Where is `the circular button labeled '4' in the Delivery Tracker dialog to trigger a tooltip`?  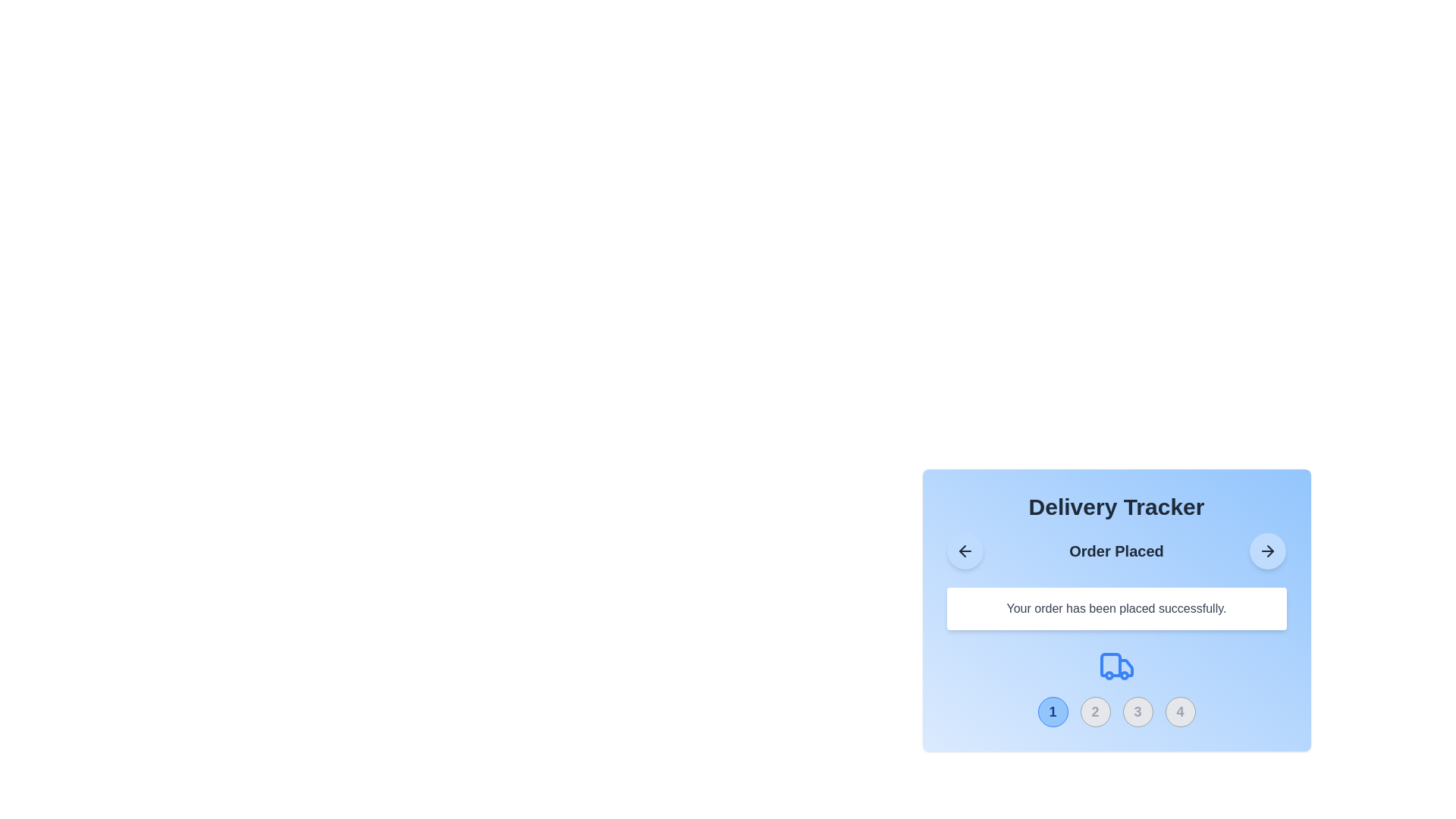
the circular button labeled '4' in the Delivery Tracker dialog to trigger a tooltip is located at coordinates (1179, 711).